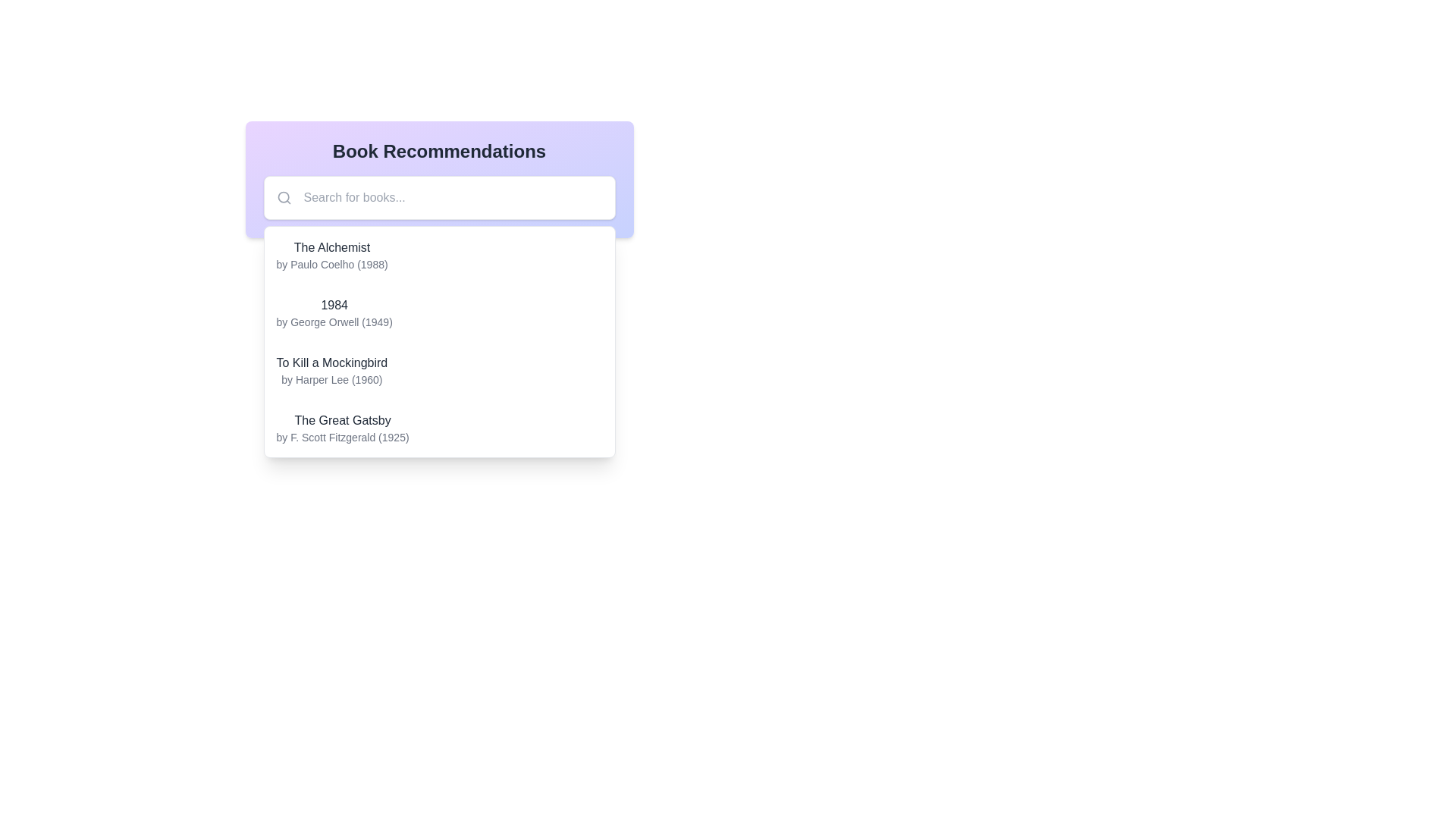  I want to click on the text display that shows information about a recommended book, including its title, author, and publication date, which is the first item in a vertical list of book recommendations, so click(331, 254).